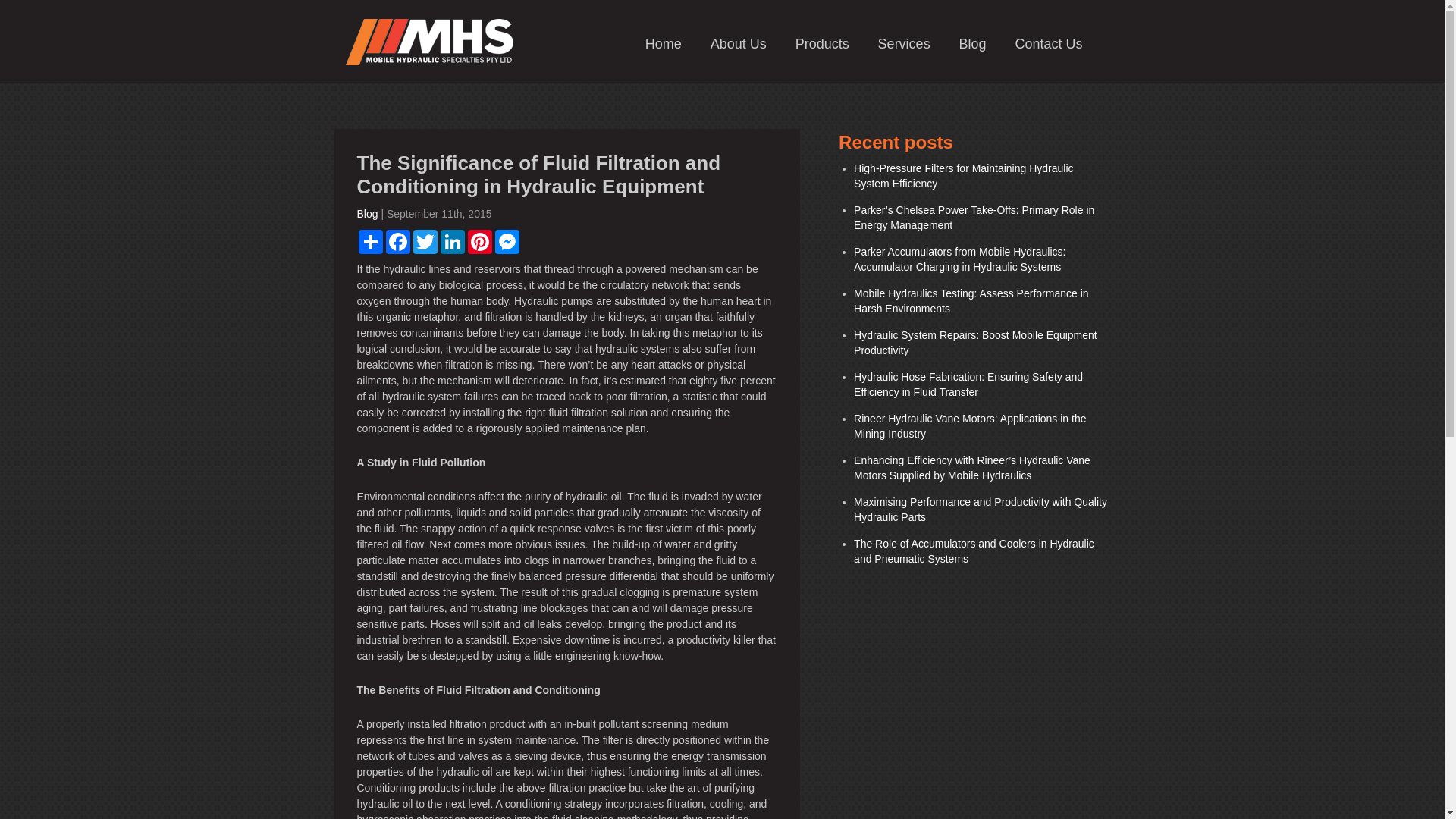 The width and height of the screenshot is (1456, 819). Describe the element at coordinates (370, 241) in the screenshot. I see `'Share'` at that location.